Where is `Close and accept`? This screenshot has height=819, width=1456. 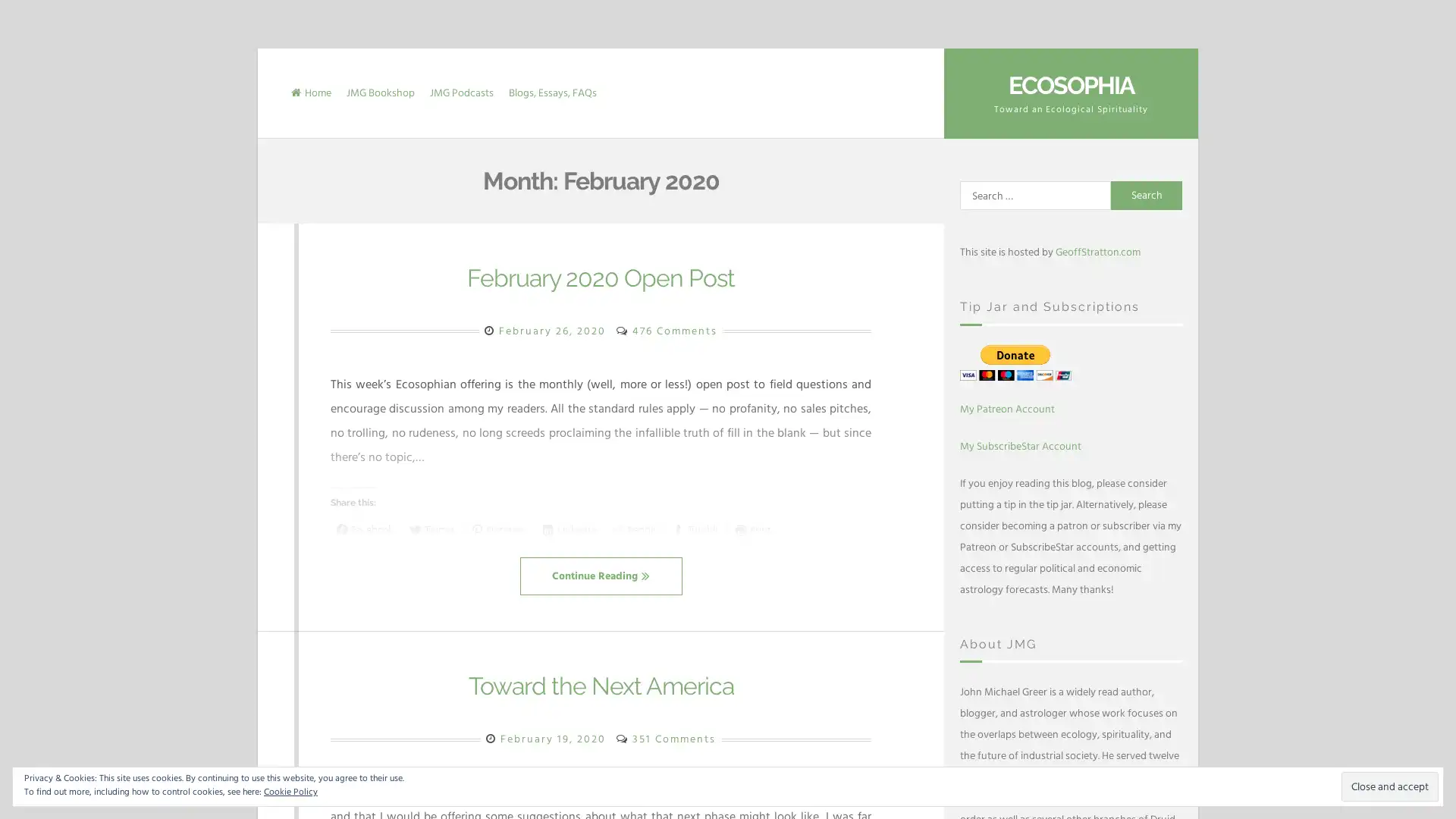 Close and accept is located at coordinates (1390, 786).